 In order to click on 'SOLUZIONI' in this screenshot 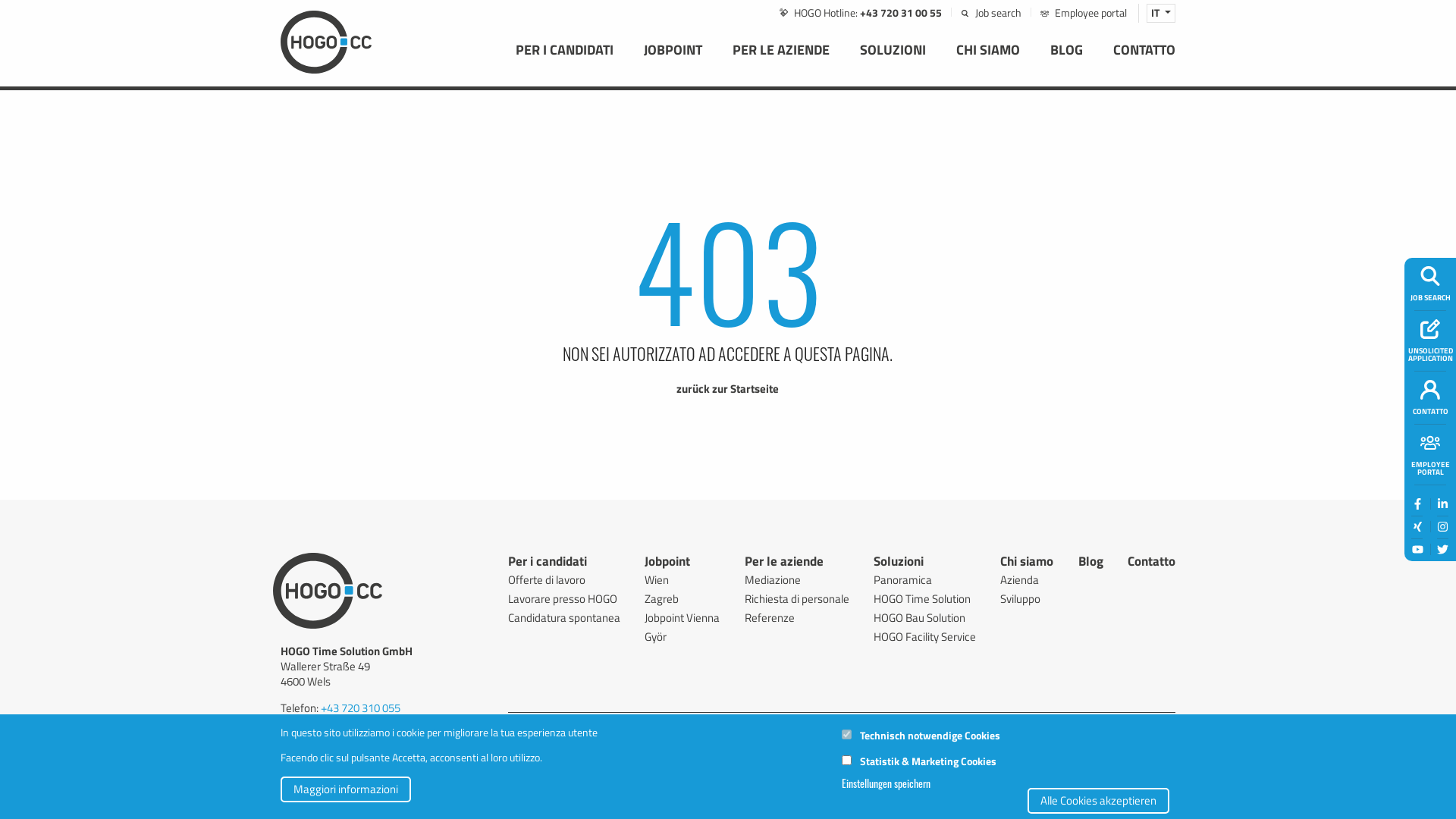, I will do `click(843, 59)`.